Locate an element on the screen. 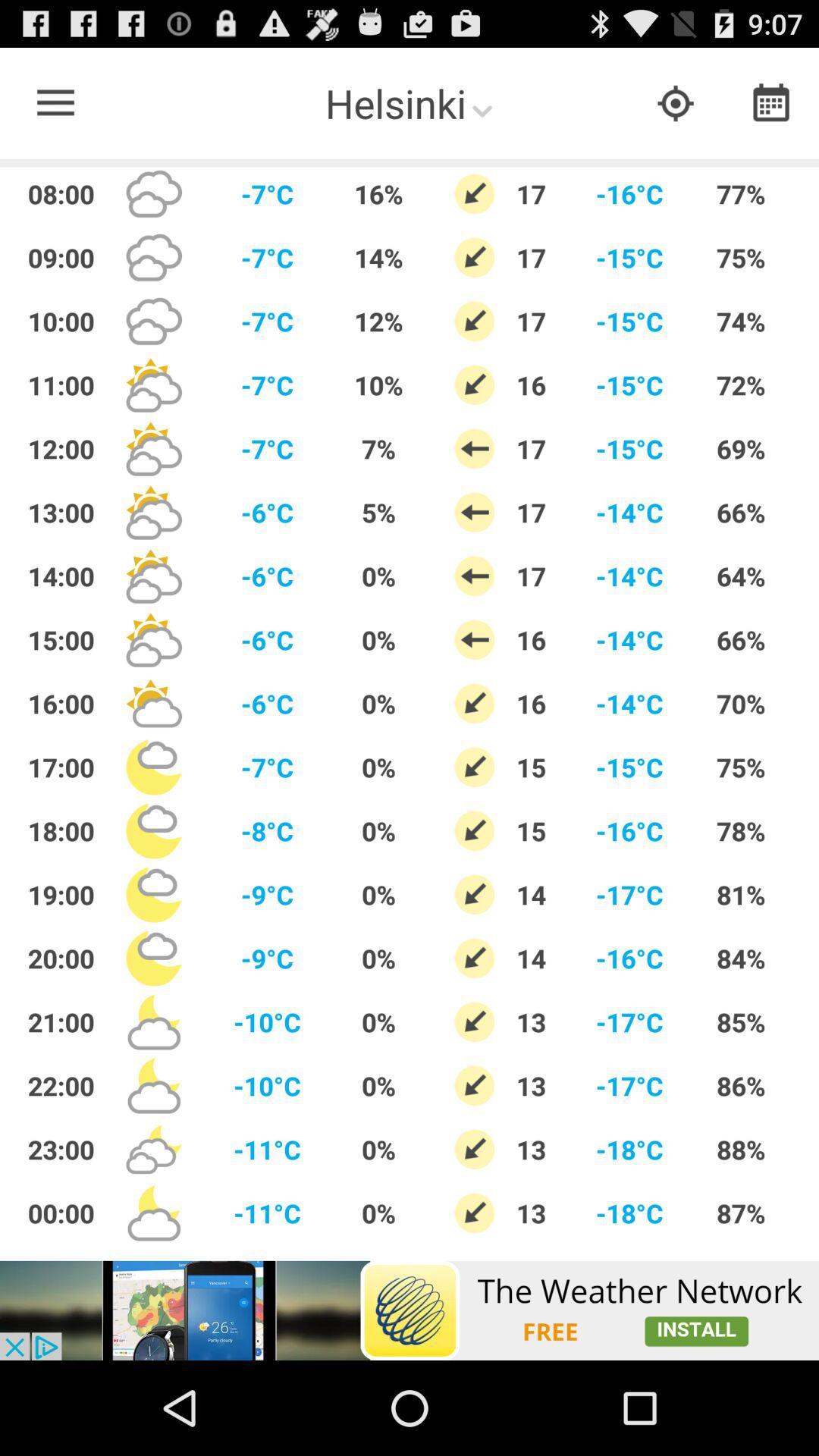 The width and height of the screenshot is (819, 1456). advertisement promotion is located at coordinates (409, 1310).